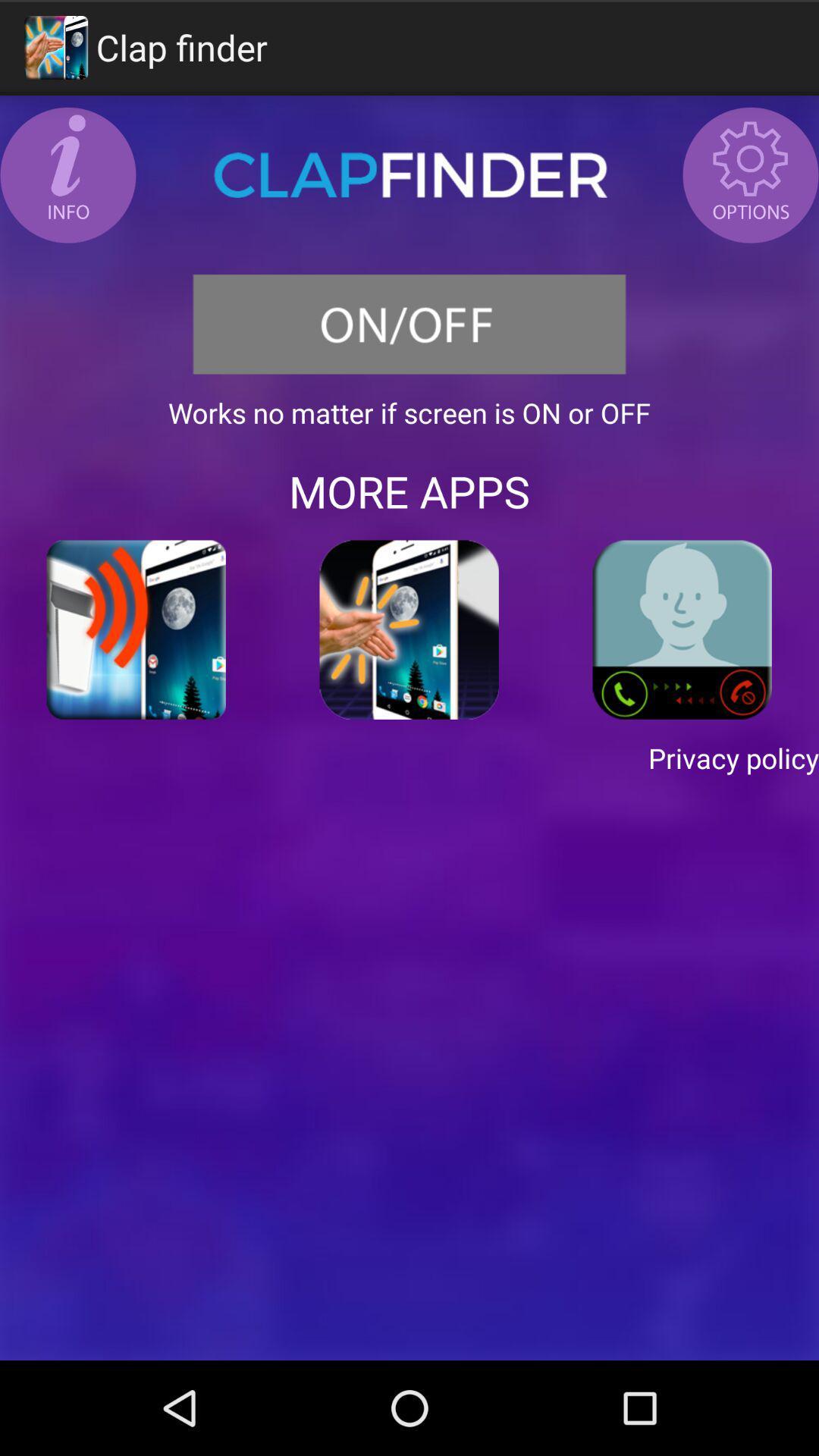  I want to click on see more info, so click(67, 174).